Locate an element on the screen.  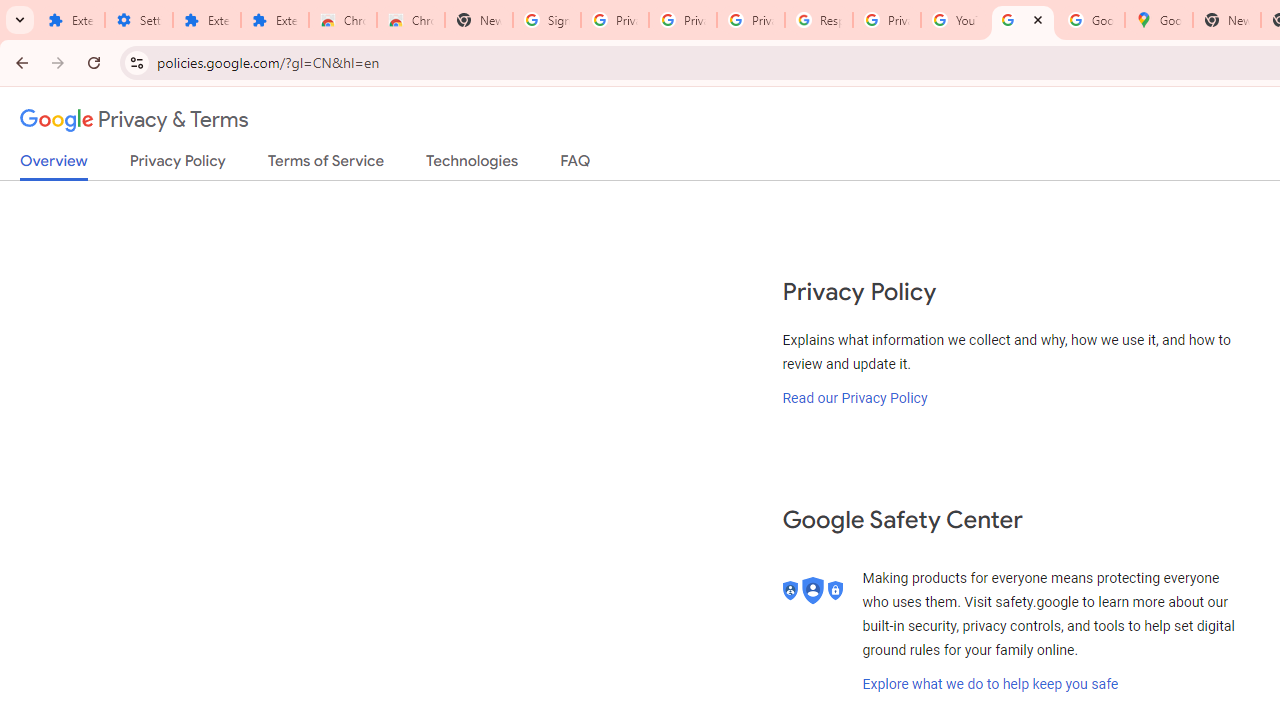
'Explore what we do to help keep you safe' is located at coordinates (990, 683).